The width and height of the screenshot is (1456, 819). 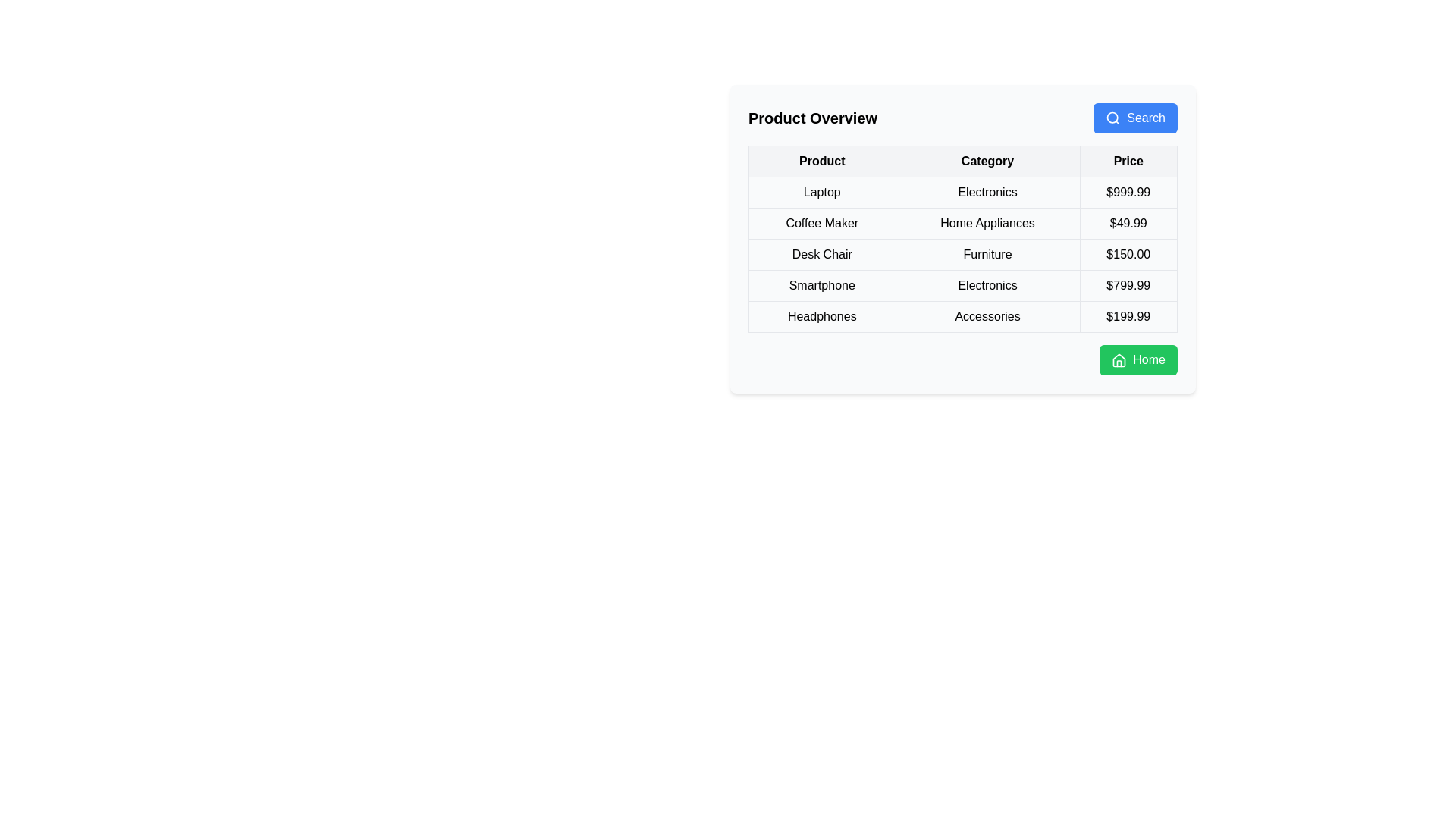 What do you see at coordinates (987, 192) in the screenshot?
I see `the Text label that serves as a category label for the product 'Laptop', located in the second column of the table under the 'Category' header` at bounding box center [987, 192].